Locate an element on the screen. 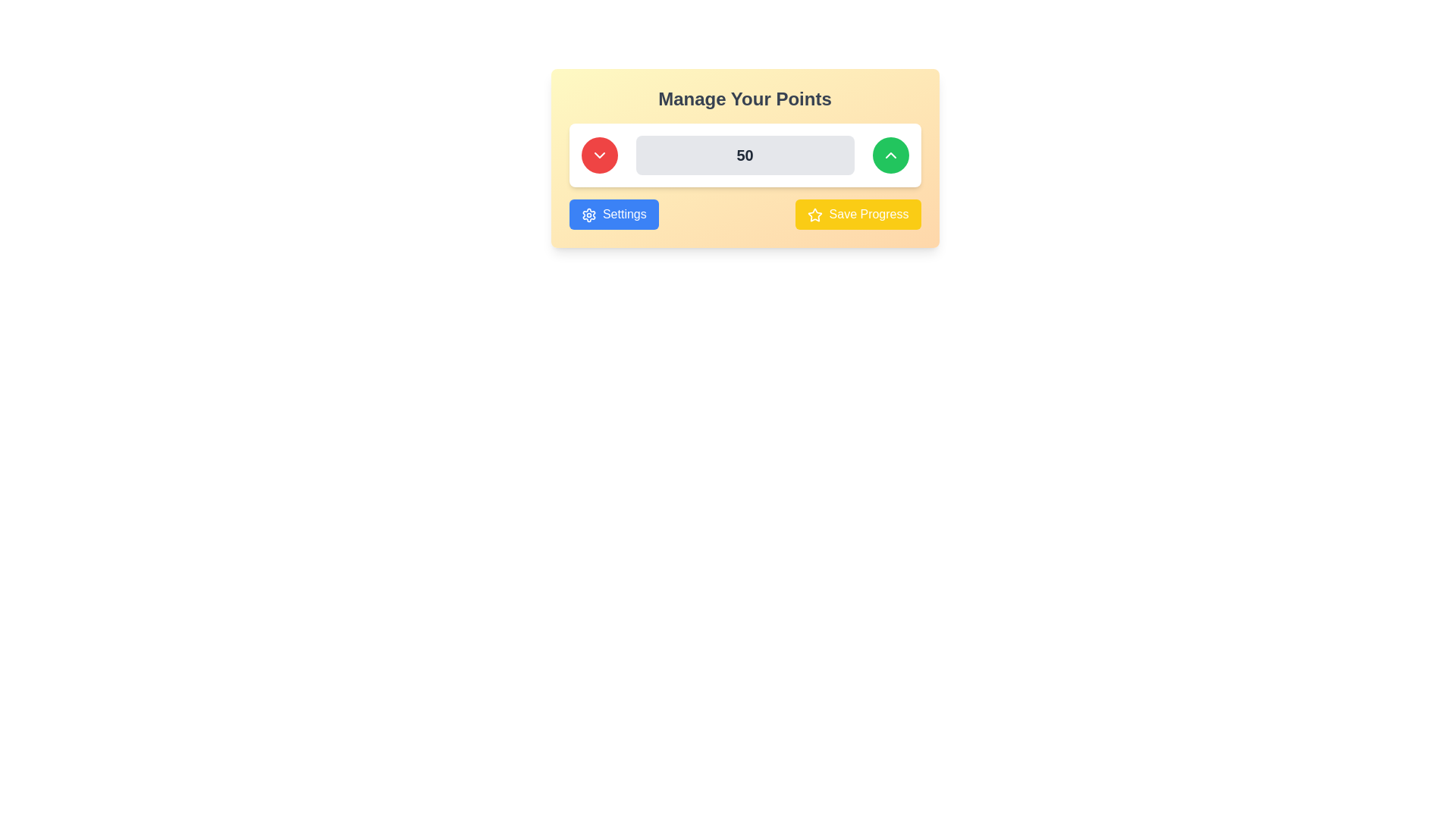 The height and width of the screenshot is (819, 1456). the star-shaped icon with a golden-yellow border inside the 'Save Progress' button in the bottom-right corner of the main card interface is located at coordinates (814, 215).